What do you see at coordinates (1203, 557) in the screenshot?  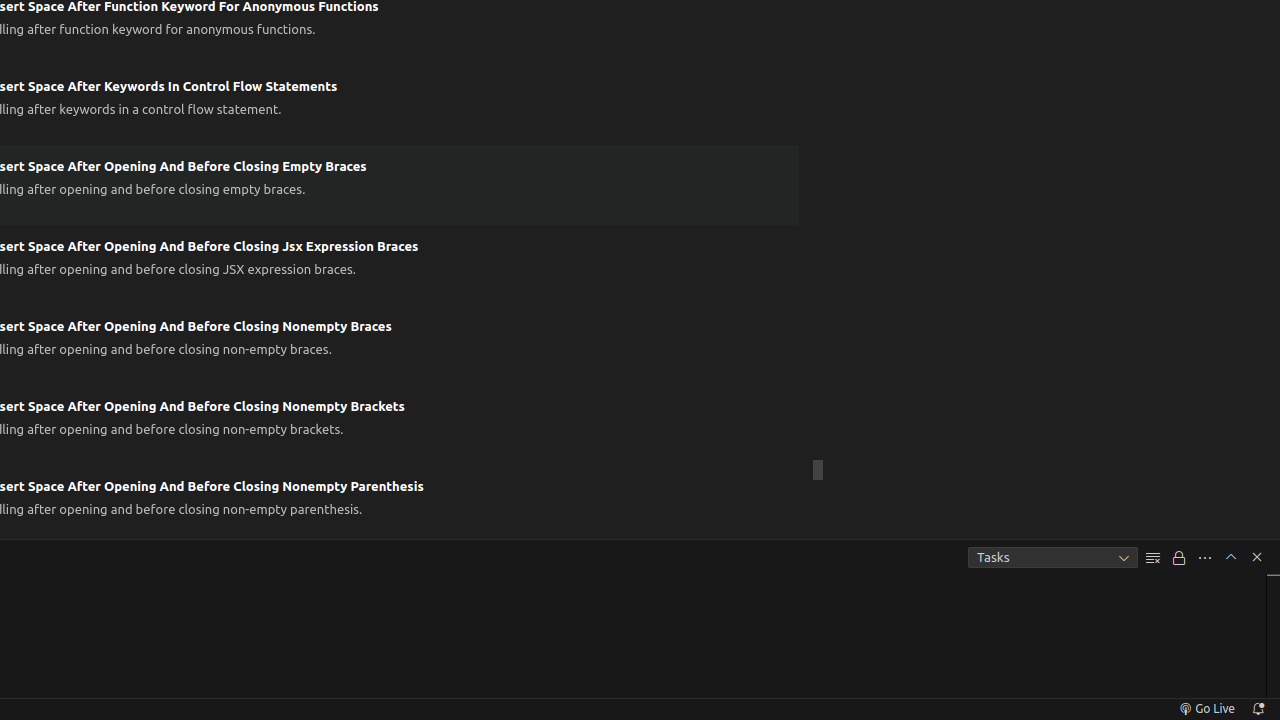 I see `'Views and More Actions...'` at bounding box center [1203, 557].